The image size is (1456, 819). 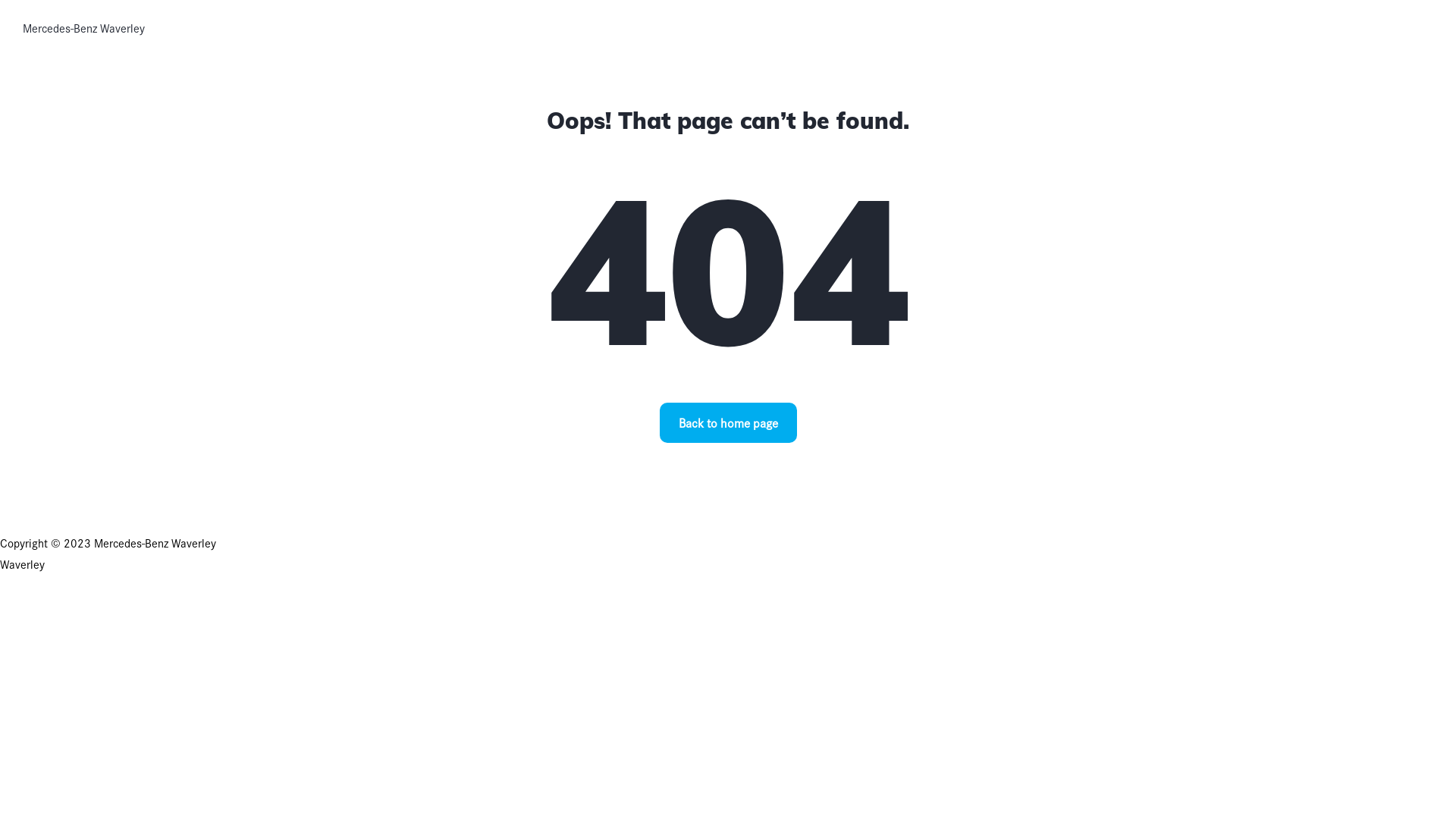 I want to click on 'Back to home page', so click(x=728, y=422).